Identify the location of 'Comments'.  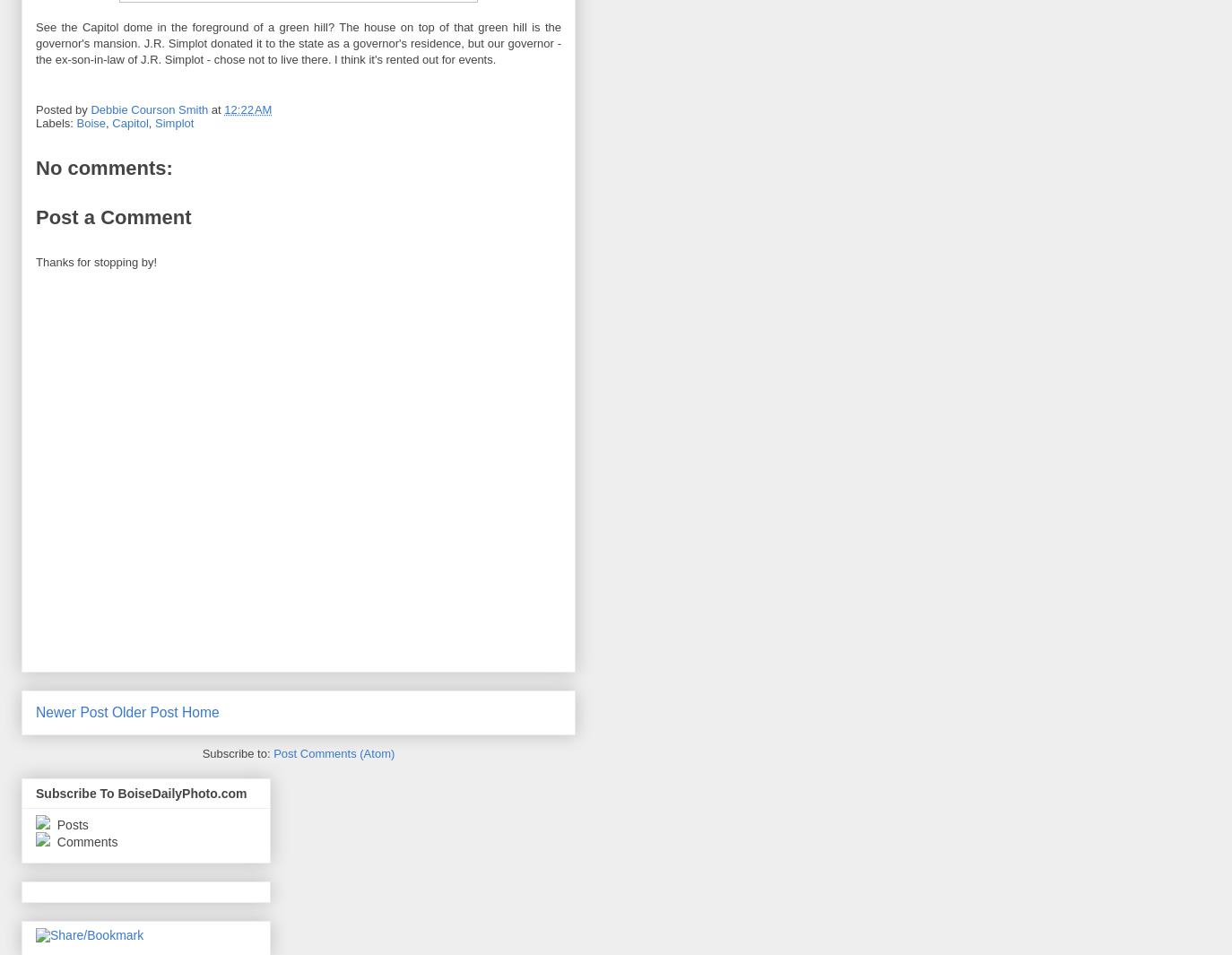
(51, 842).